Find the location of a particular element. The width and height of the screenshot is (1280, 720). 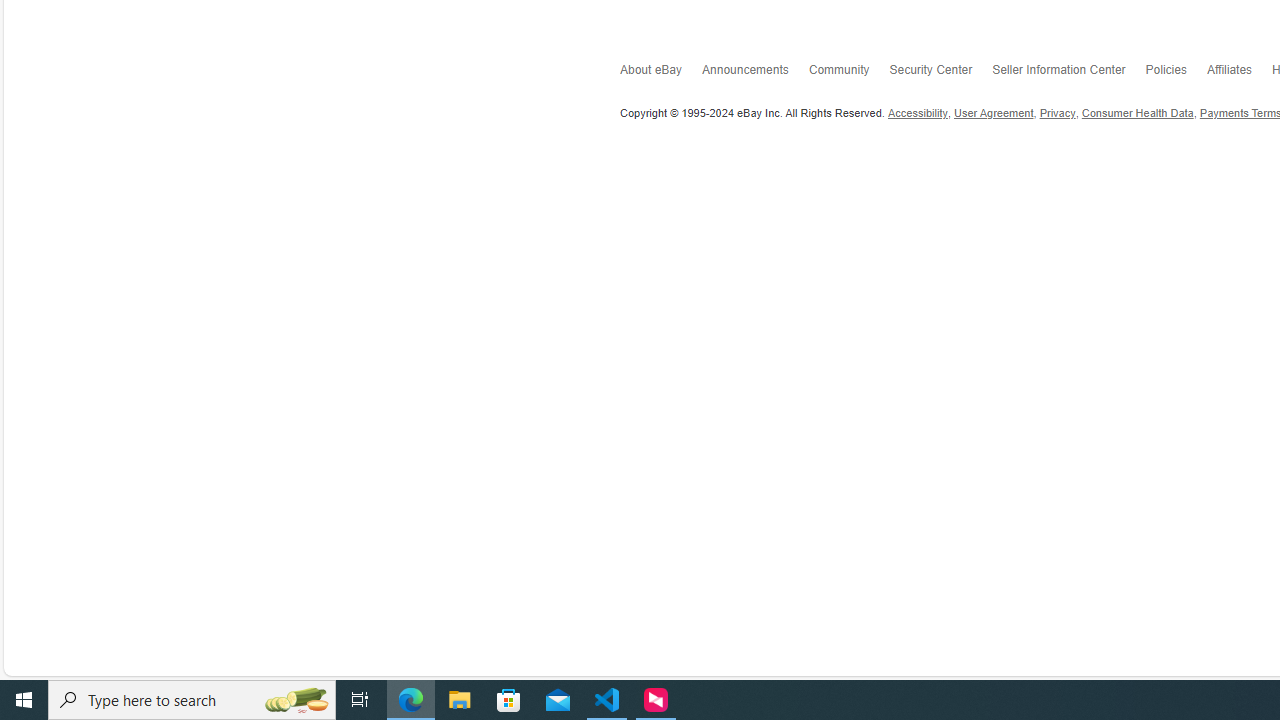

'Affiliates' is located at coordinates (1238, 73).